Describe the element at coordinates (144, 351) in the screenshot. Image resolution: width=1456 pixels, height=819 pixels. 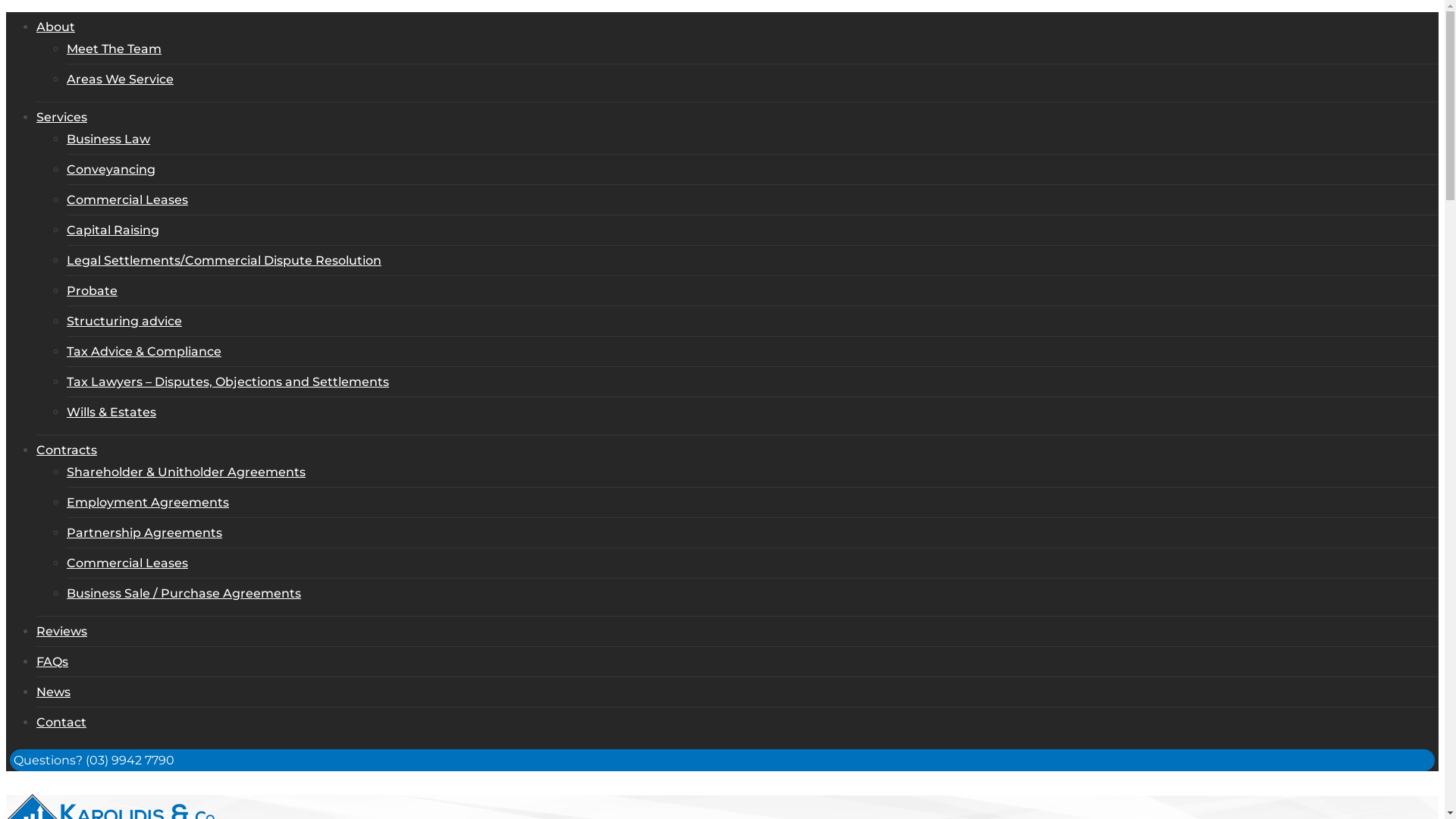
I see `'Tax Advice & Compliance'` at that location.